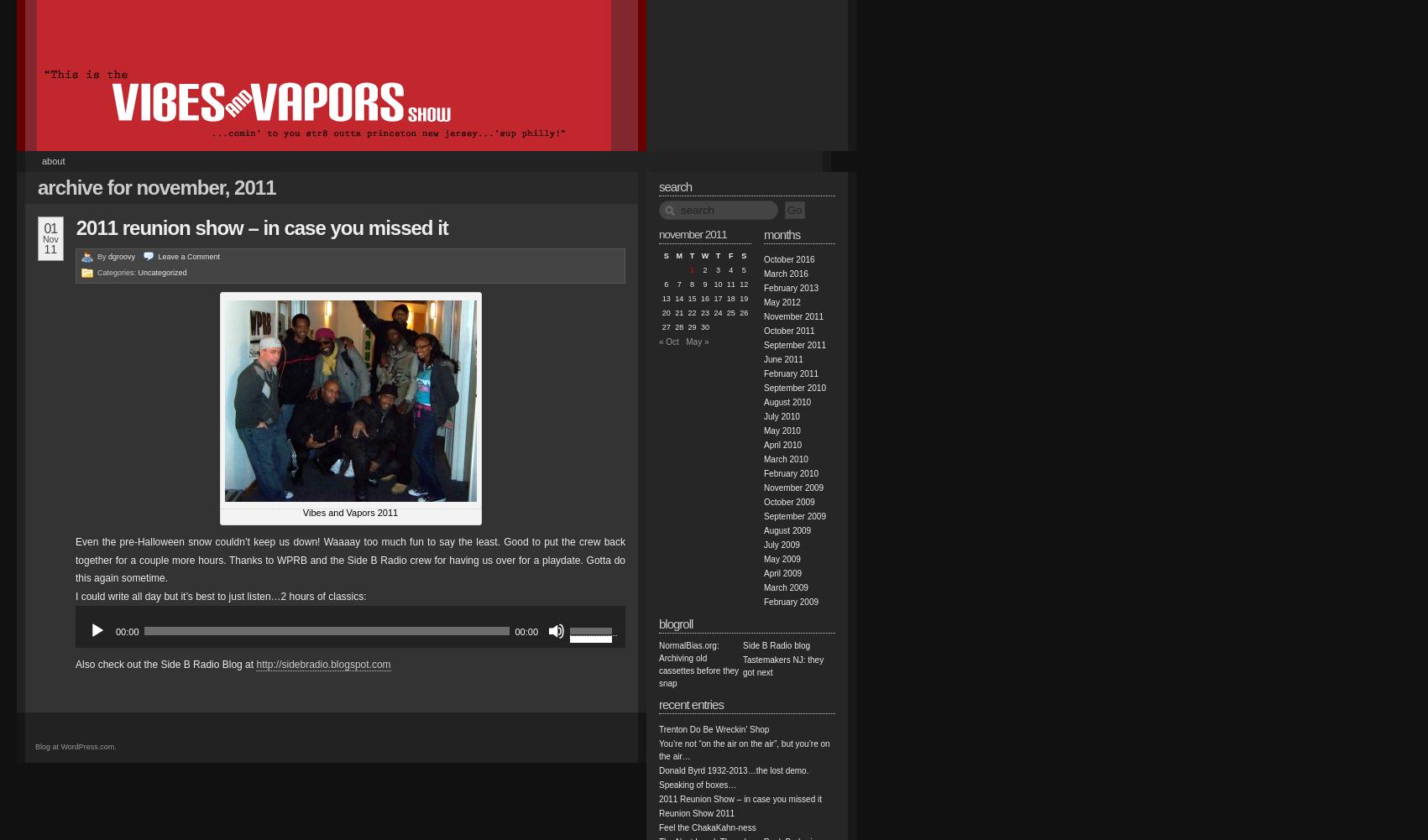  What do you see at coordinates (704, 270) in the screenshot?
I see `'2'` at bounding box center [704, 270].